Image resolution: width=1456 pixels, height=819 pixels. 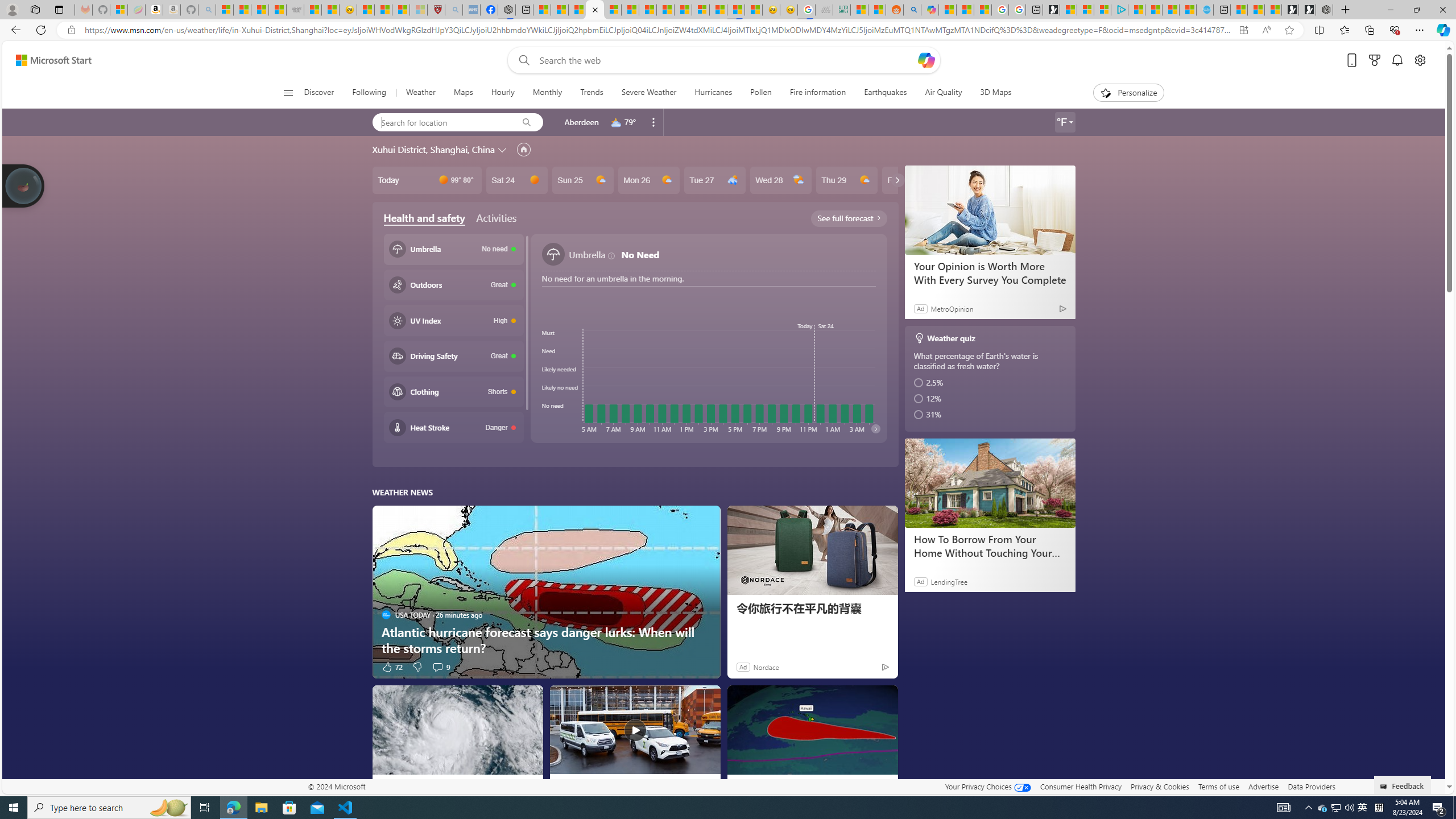 I want to click on 'Notifications', so click(x=1397, y=60).